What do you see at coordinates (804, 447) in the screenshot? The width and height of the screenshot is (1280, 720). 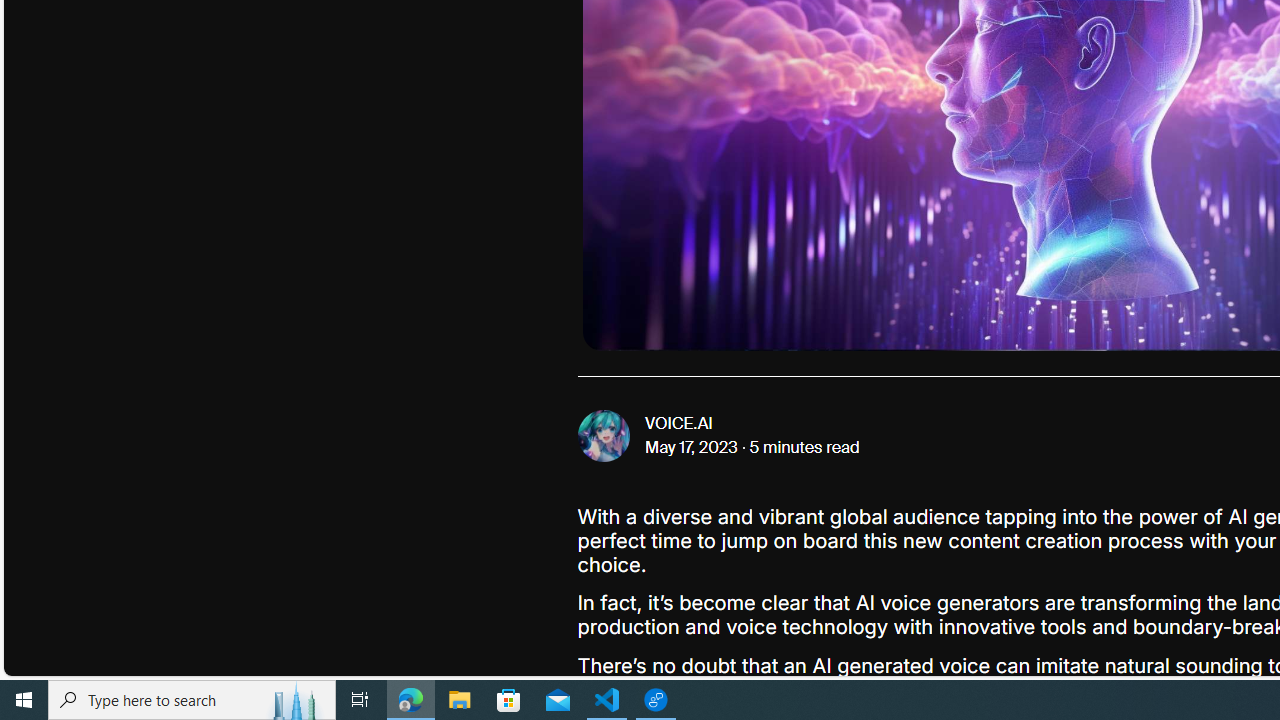 I see `'5 minutes read'` at bounding box center [804, 447].